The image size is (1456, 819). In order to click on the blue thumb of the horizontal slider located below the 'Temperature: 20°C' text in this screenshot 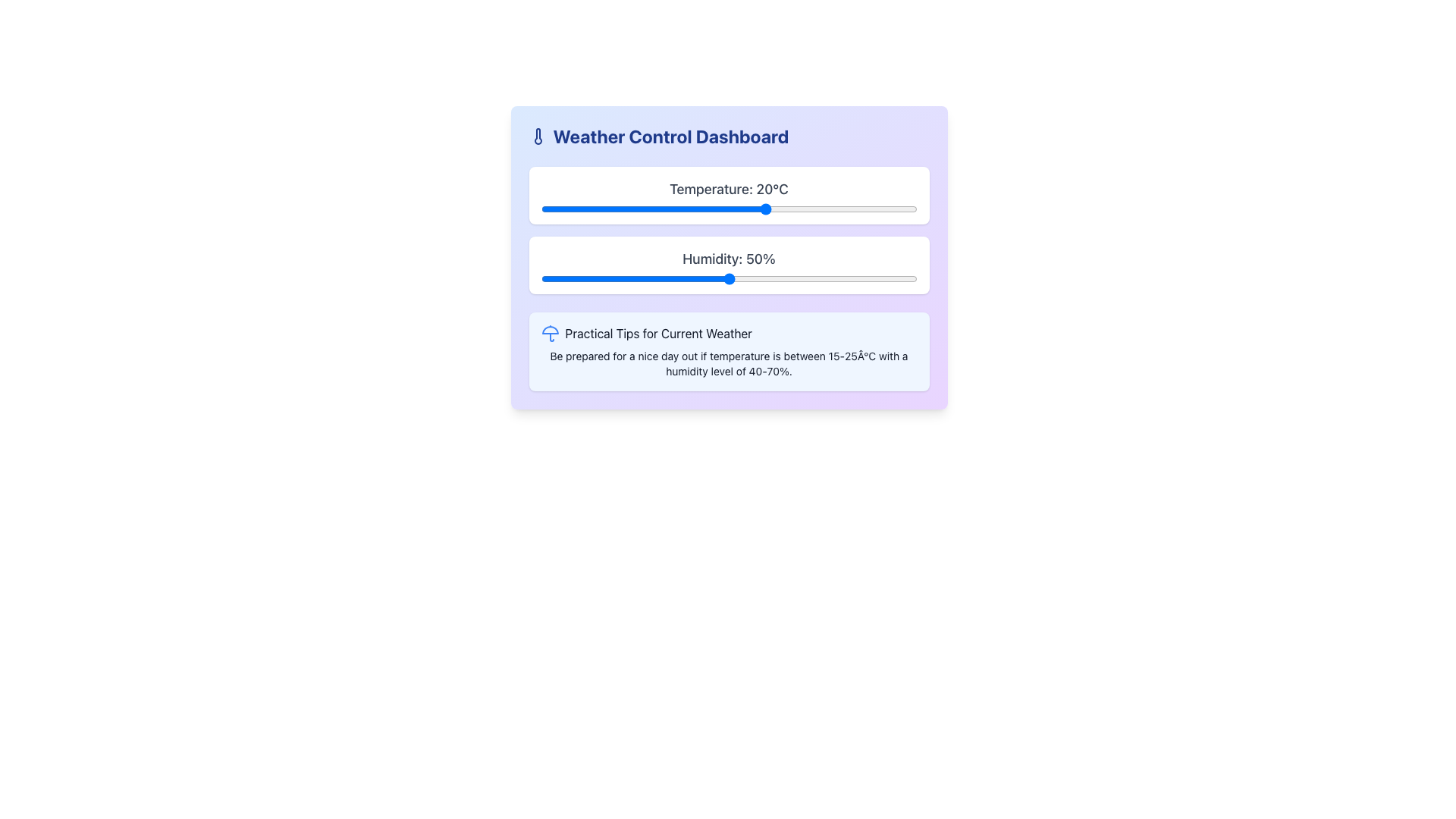, I will do `click(729, 209)`.